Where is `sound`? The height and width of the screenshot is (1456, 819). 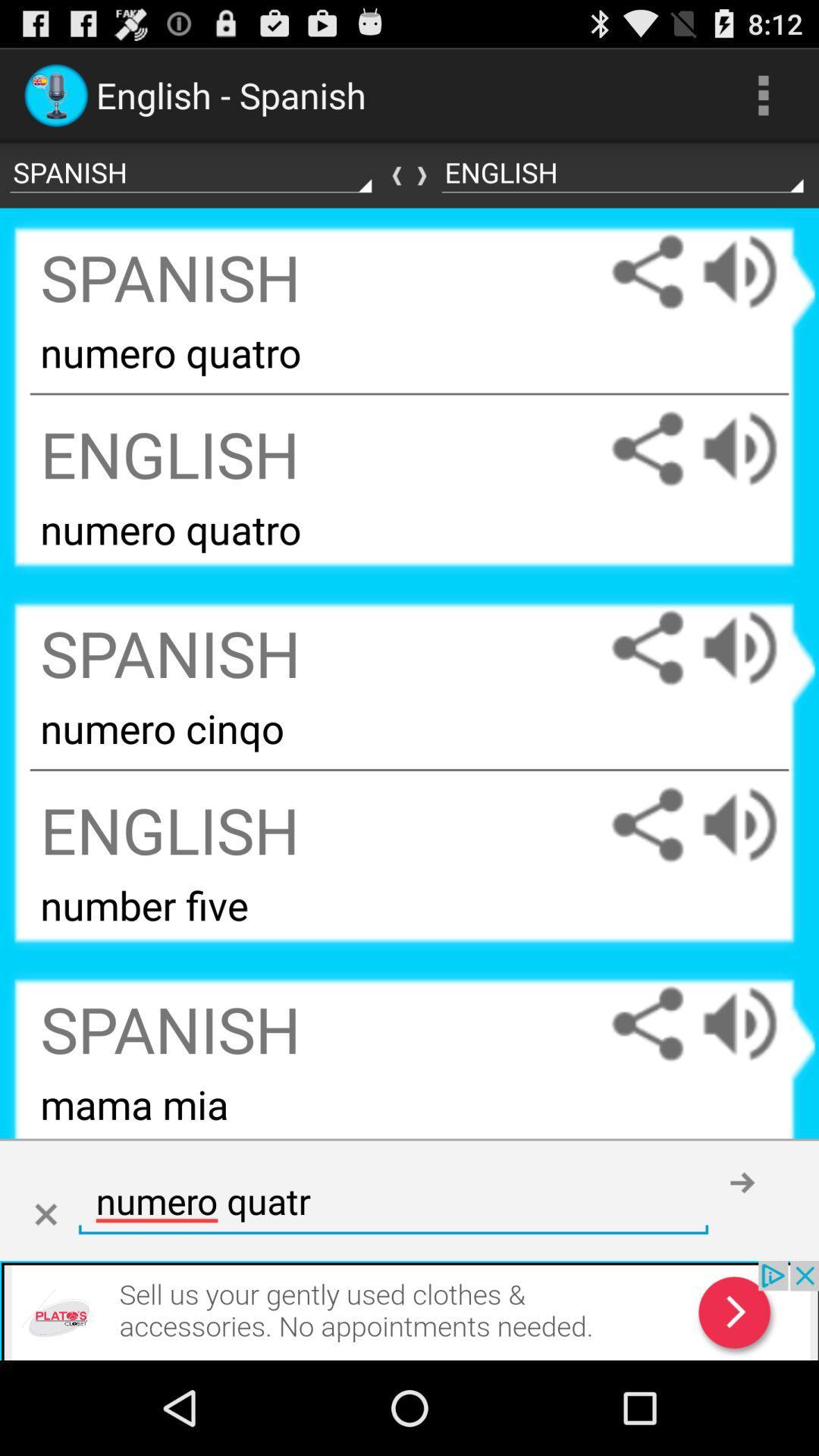 sound is located at coordinates (755, 448).